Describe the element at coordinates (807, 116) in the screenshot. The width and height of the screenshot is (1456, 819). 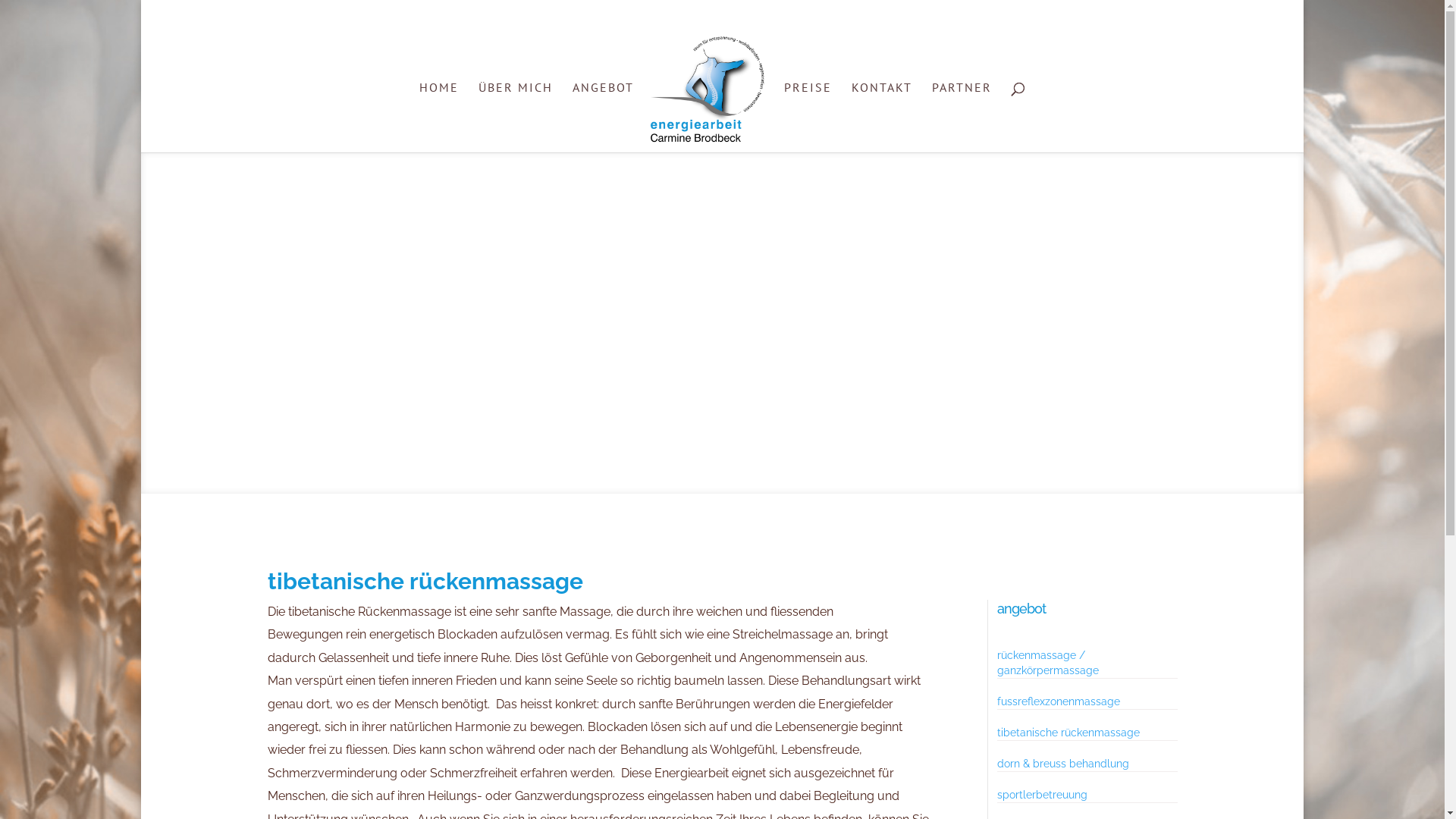
I see `'PREISE'` at that location.